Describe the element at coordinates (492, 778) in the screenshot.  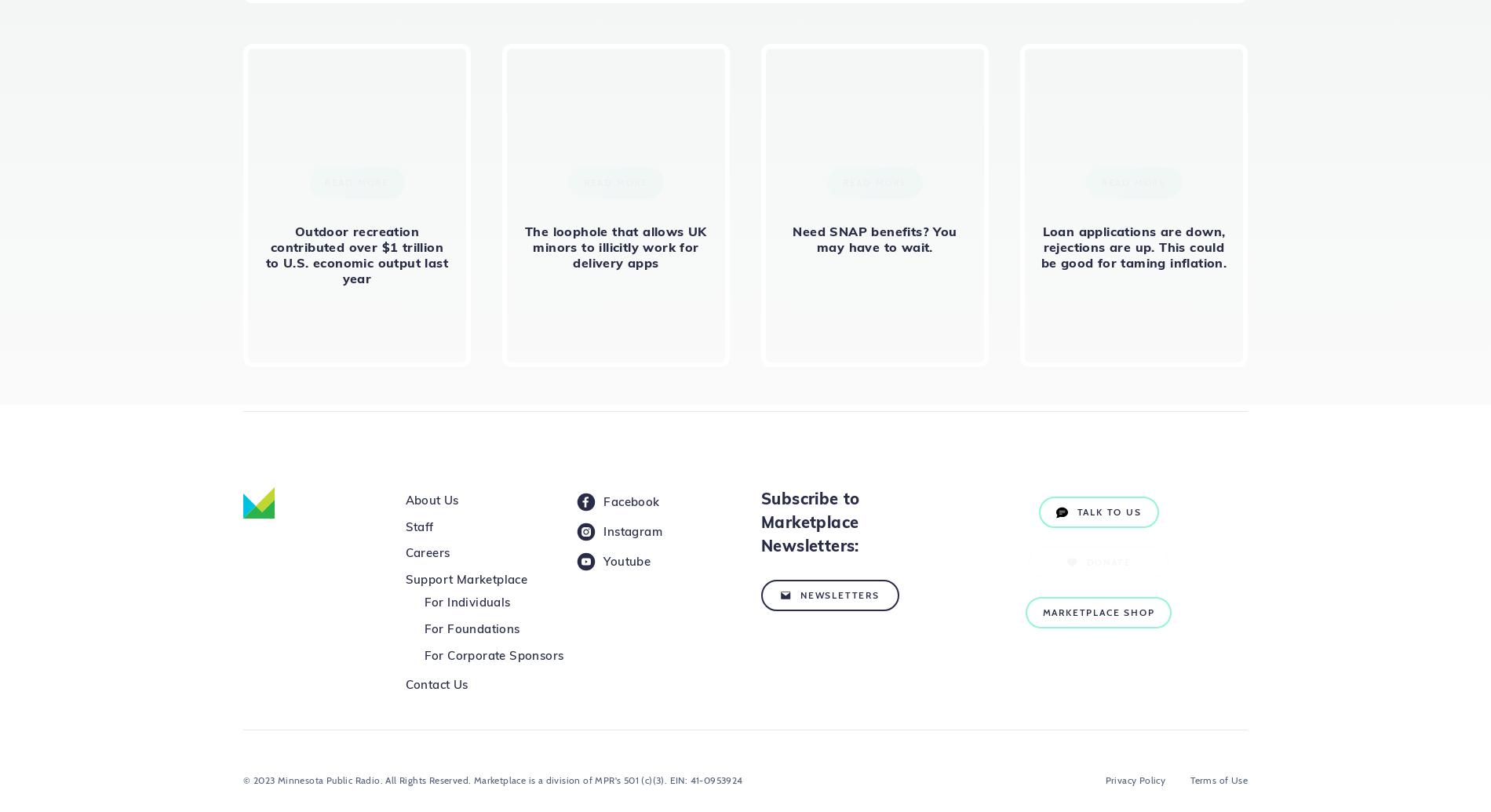
I see `'© 2023 Minnesota Public Radio. All Rights Reserved. Marketplace is a division of MPR's 501 (c)(3). EIN: 41-0953924'` at that location.